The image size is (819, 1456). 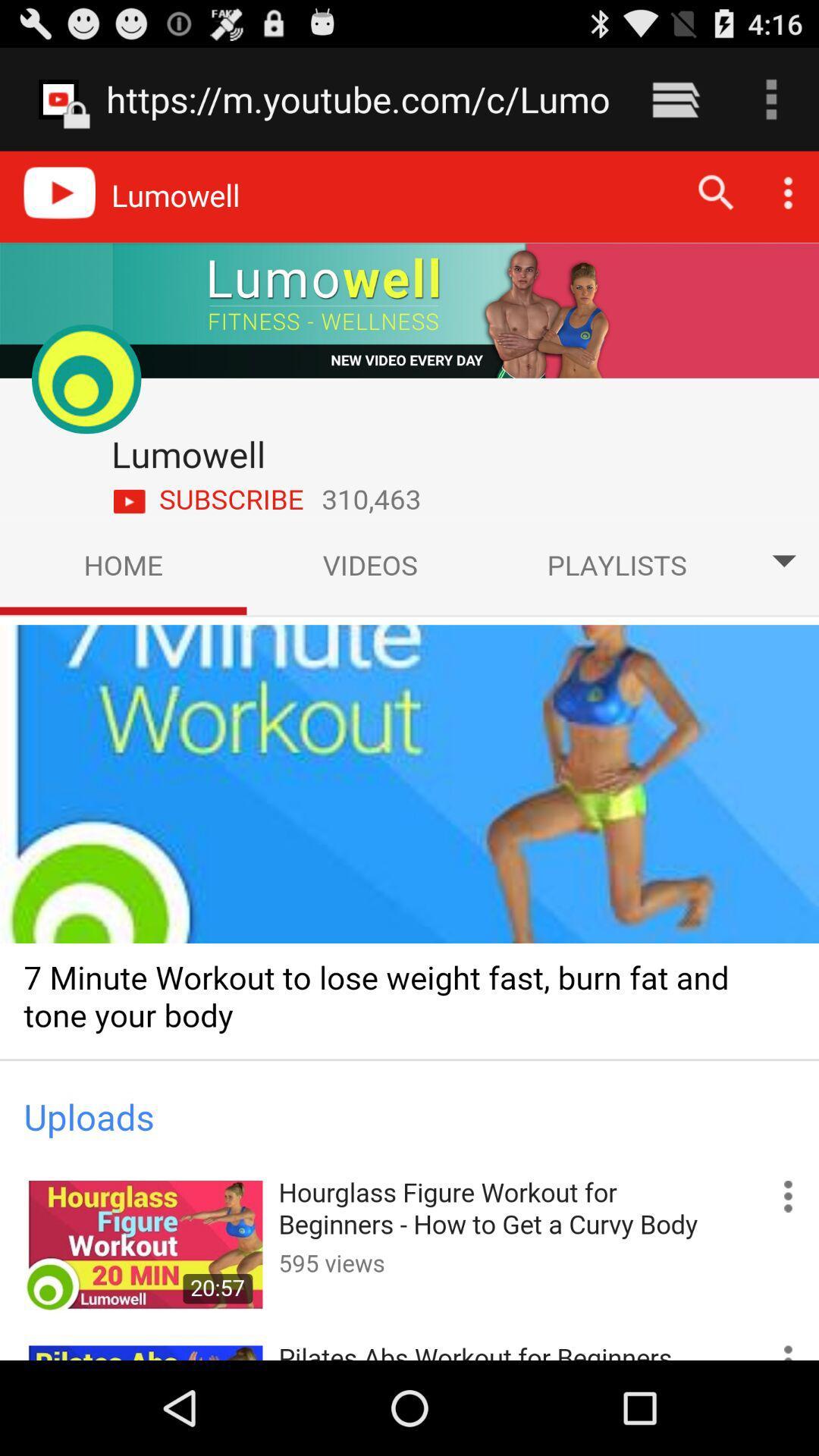 I want to click on the https m youtube item, so click(x=358, y=99).